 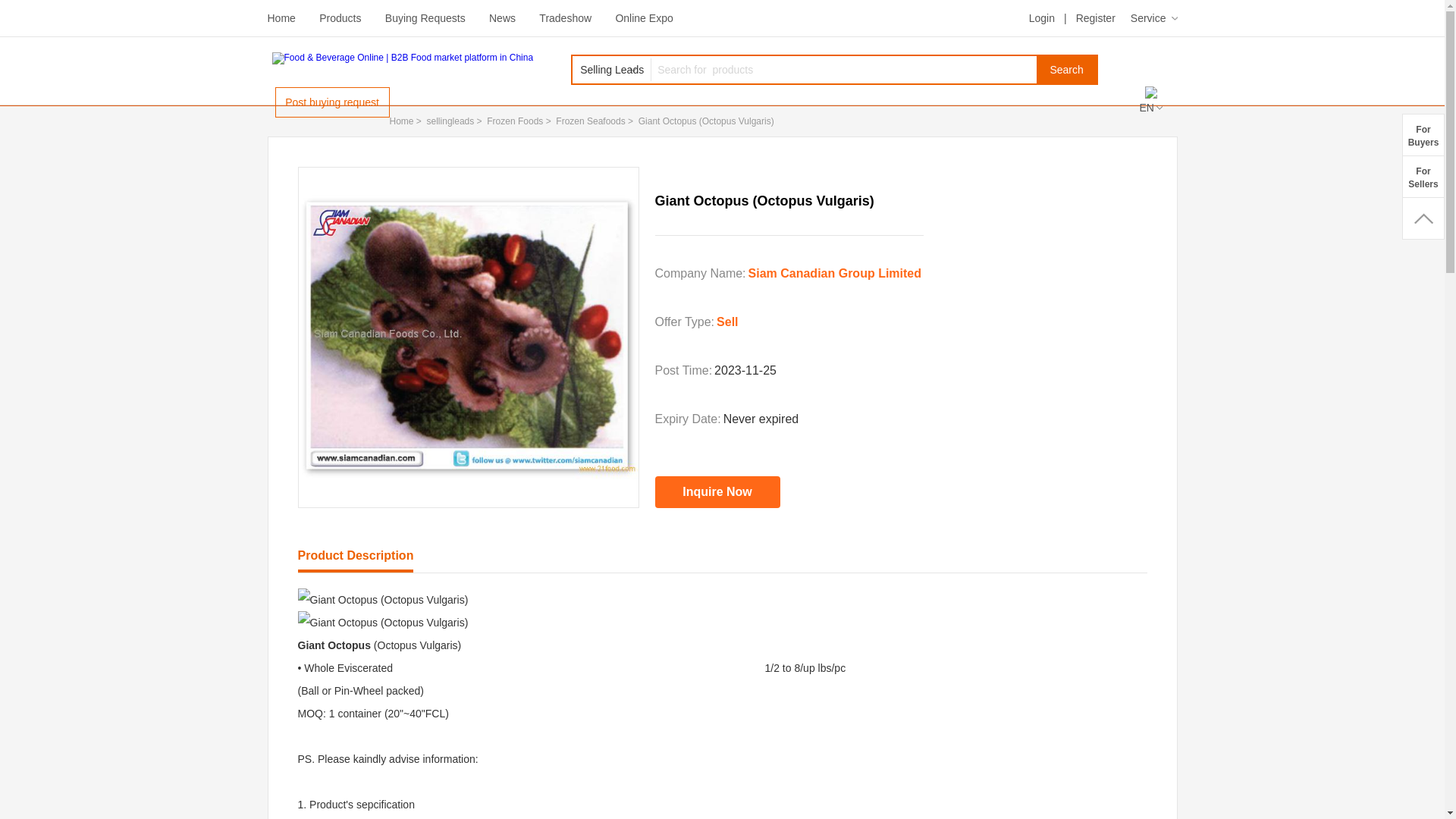 What do you see at coordinates (564, 17) in the screenshot?
I see `'Tradeshow'` at bounding box center [564, 17].